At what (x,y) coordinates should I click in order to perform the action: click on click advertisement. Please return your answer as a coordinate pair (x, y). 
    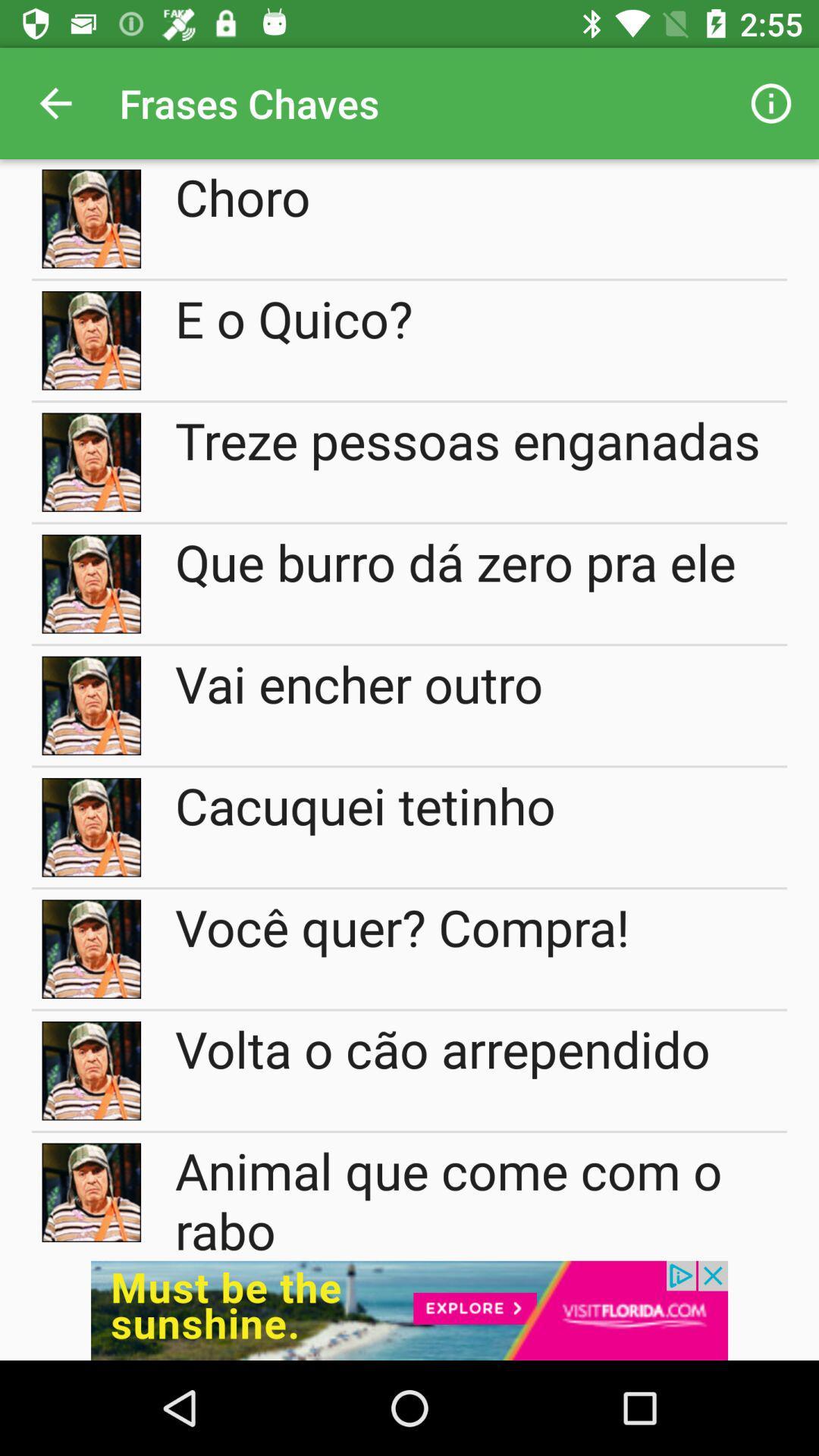
    Looking at the image, I should click on (409, 1310).